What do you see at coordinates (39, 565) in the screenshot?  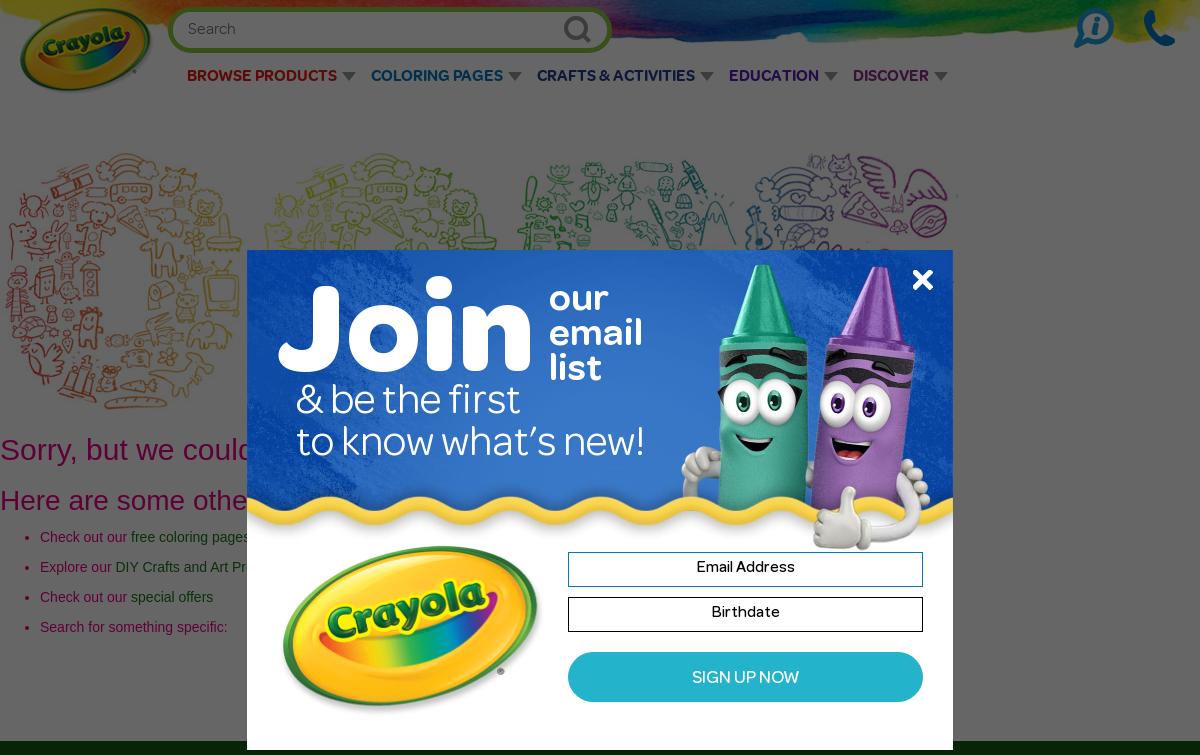 I see `'Explore our'` at bounding box center [39, 565].